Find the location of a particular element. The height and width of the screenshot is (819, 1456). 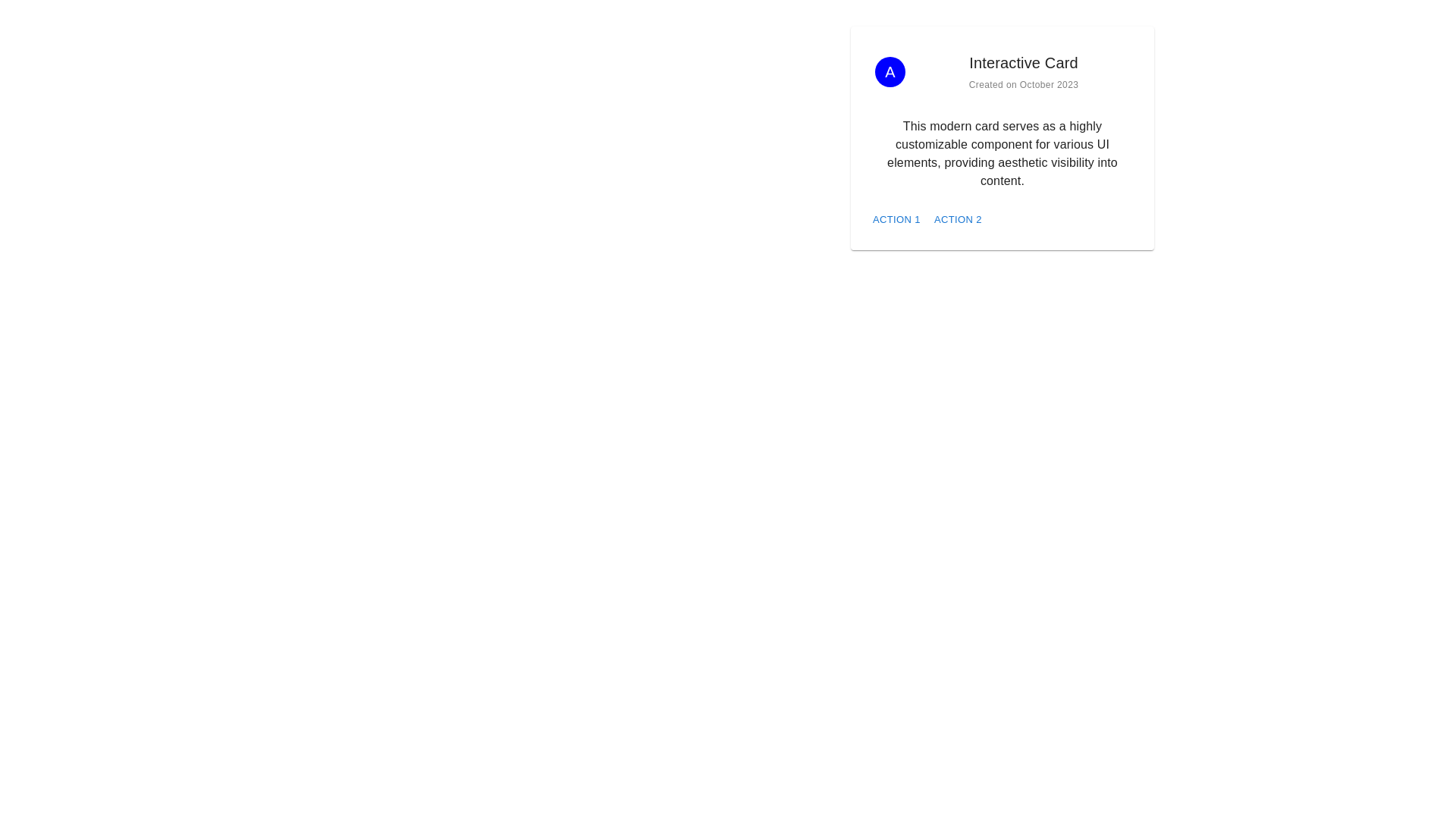

the 'Action 2' button, which is a small button with blue text on a white background located at the bottom-right of the card interface is located at coordinates (957, 220).